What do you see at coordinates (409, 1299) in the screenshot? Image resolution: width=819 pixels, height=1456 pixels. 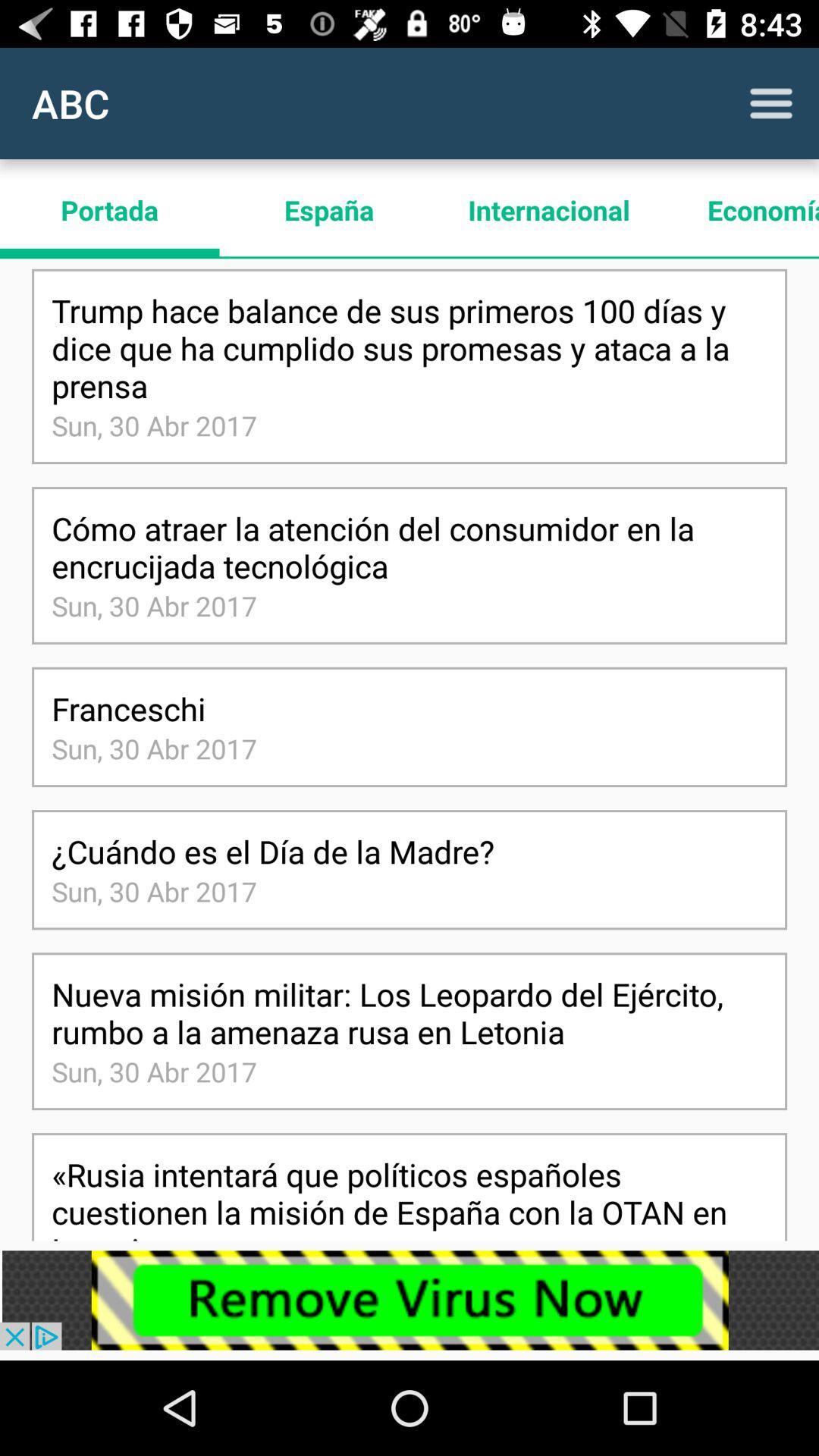 I see `click on advertisement` at bounding box center [409, 1299].